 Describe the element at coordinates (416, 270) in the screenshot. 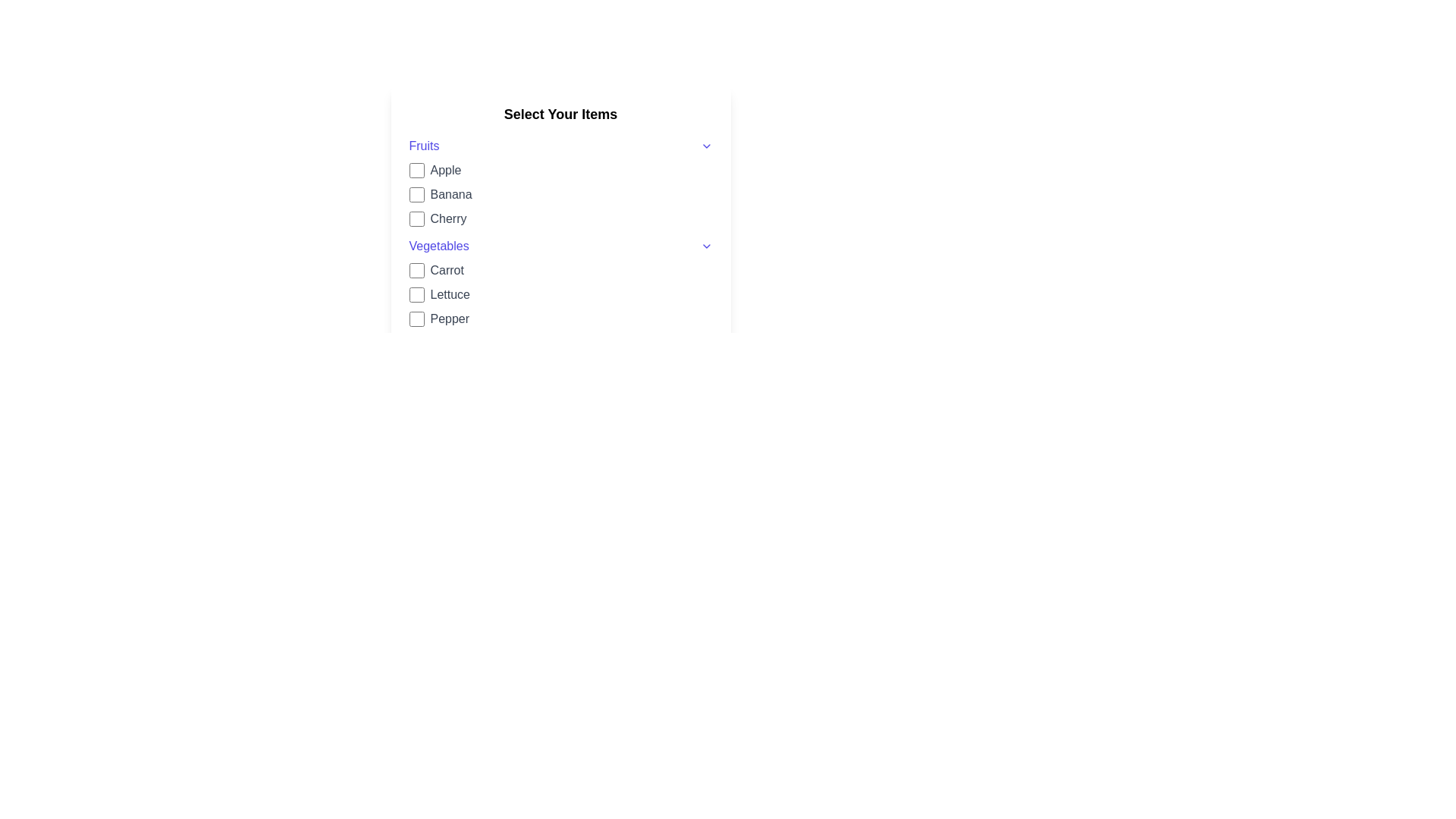

I see `the checkbox for 'Carrot'` at that location.